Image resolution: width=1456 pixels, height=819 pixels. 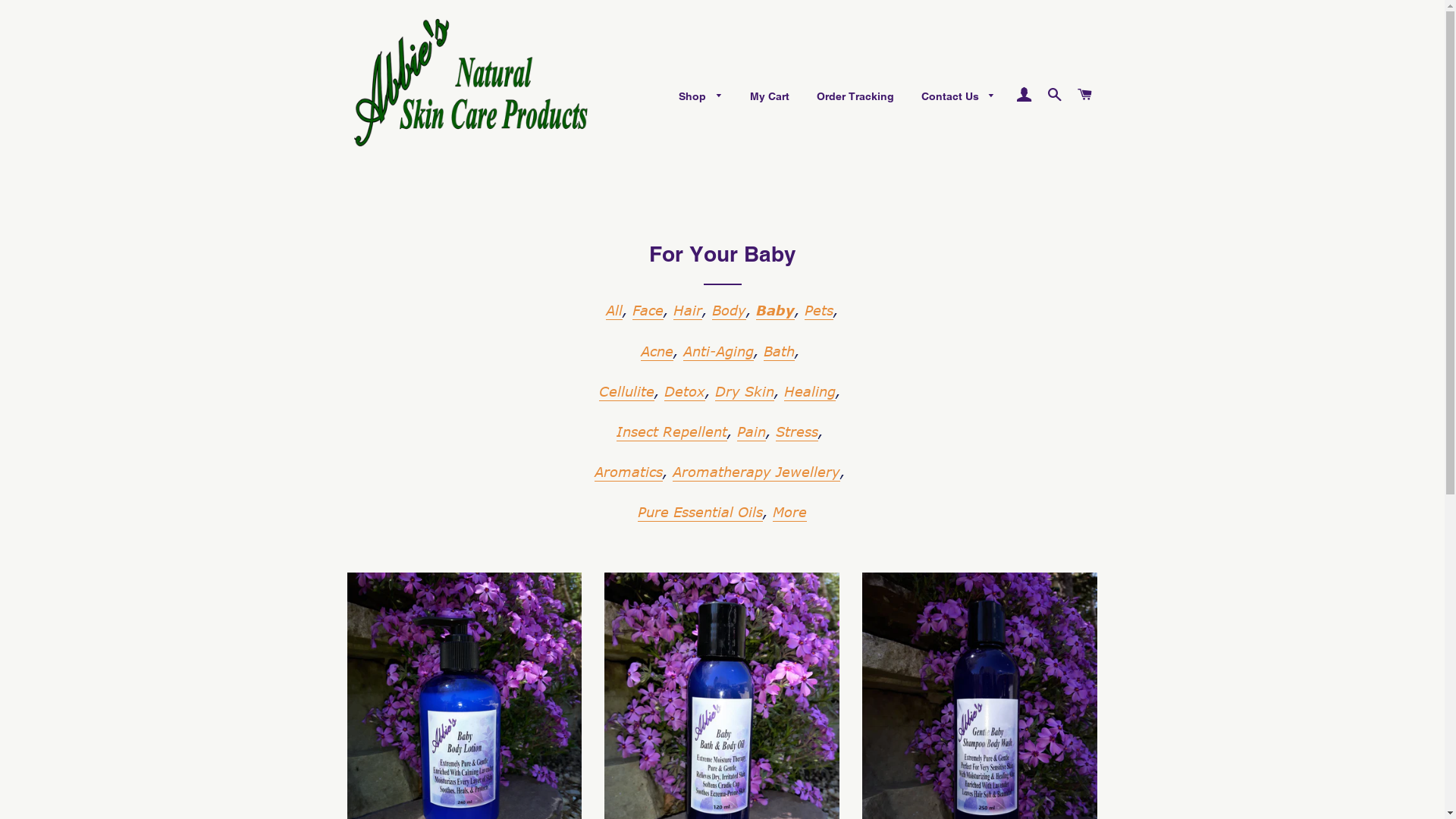 I want to click on 'Log In', so click(x=1023, y=94).